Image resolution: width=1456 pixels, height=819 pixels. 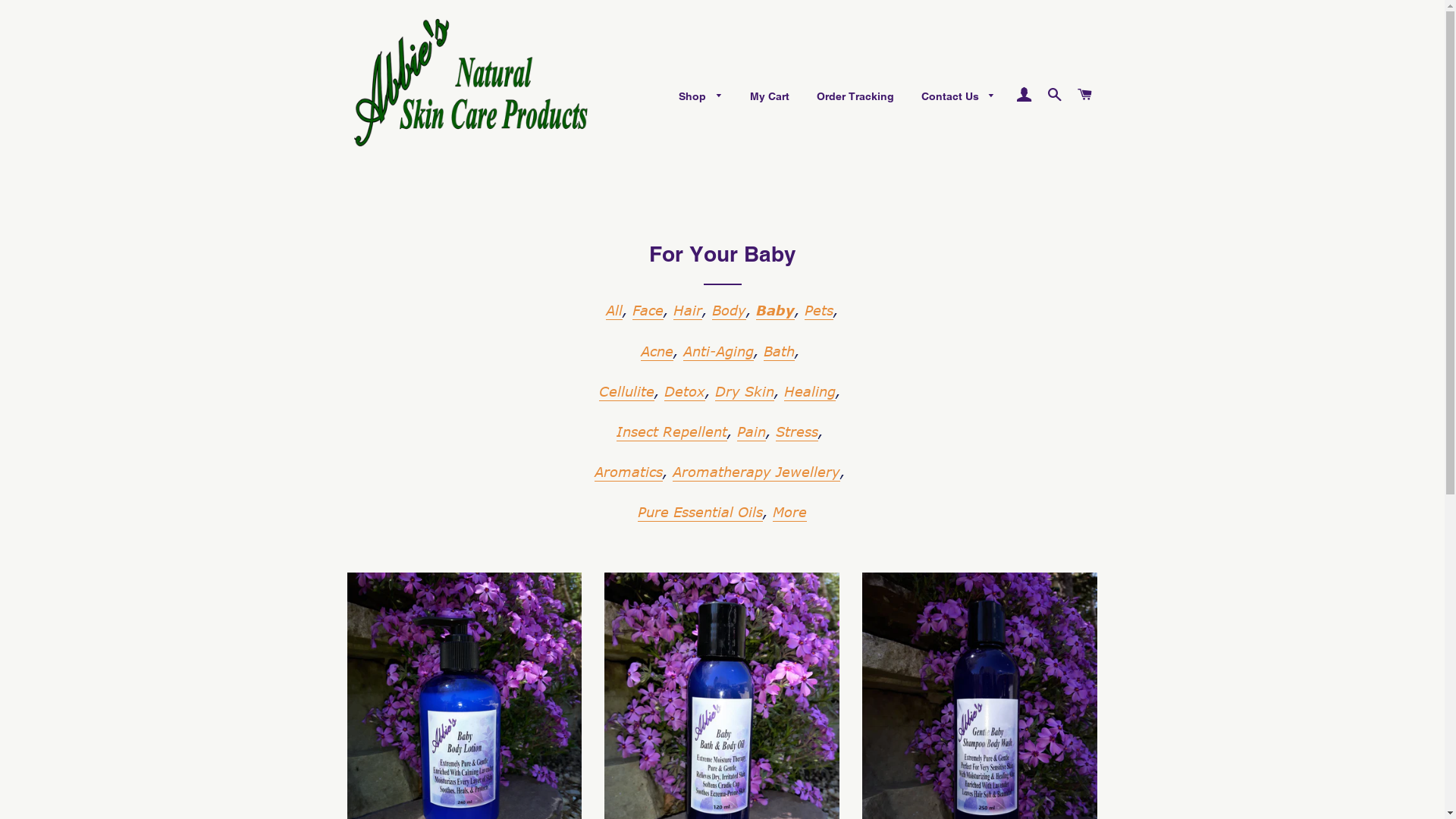 I want to click on 'Log In', so click(x=1023, y=94).